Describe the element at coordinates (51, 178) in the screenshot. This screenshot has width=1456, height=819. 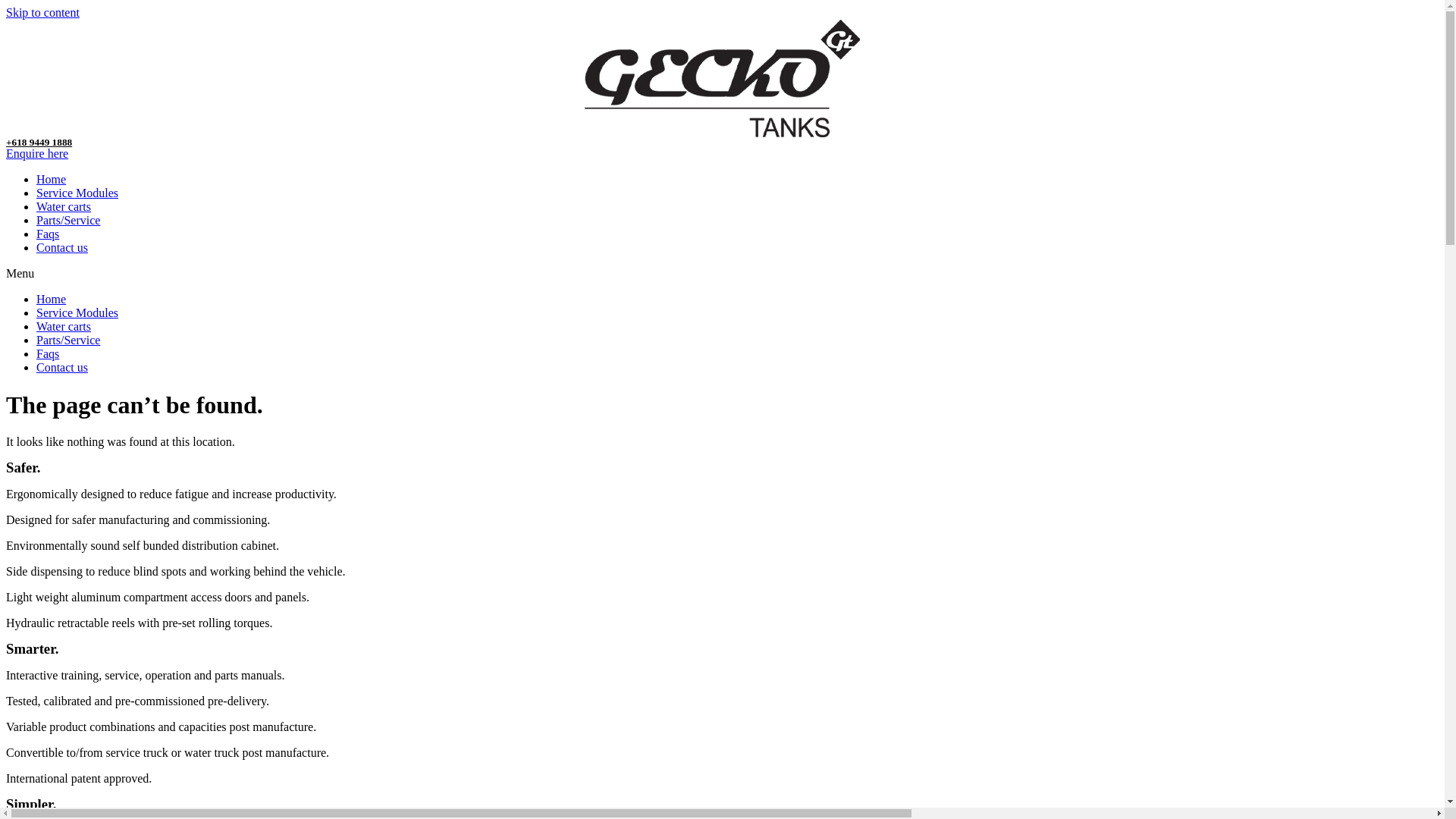
I see `'Home'` at that location.